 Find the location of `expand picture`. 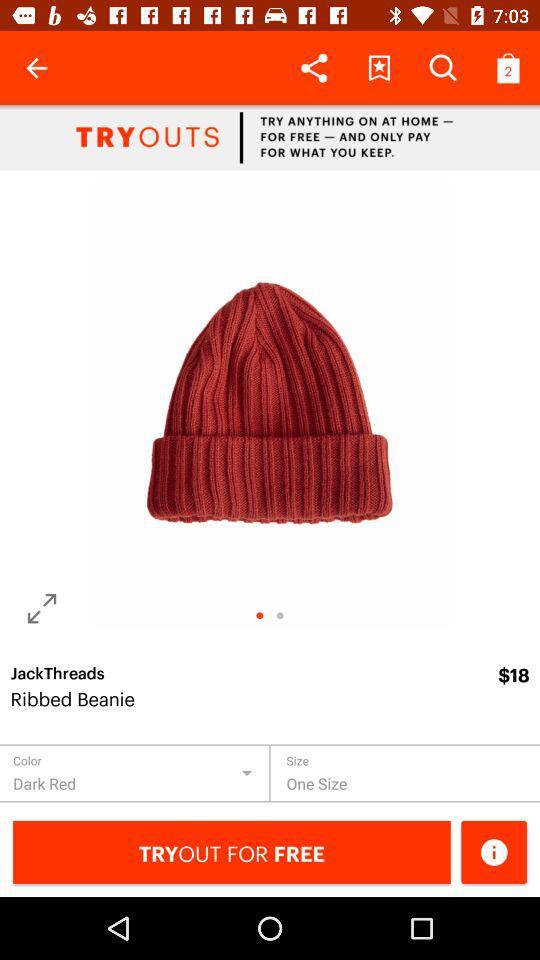

expand picture is located at coordinates (42, 607).